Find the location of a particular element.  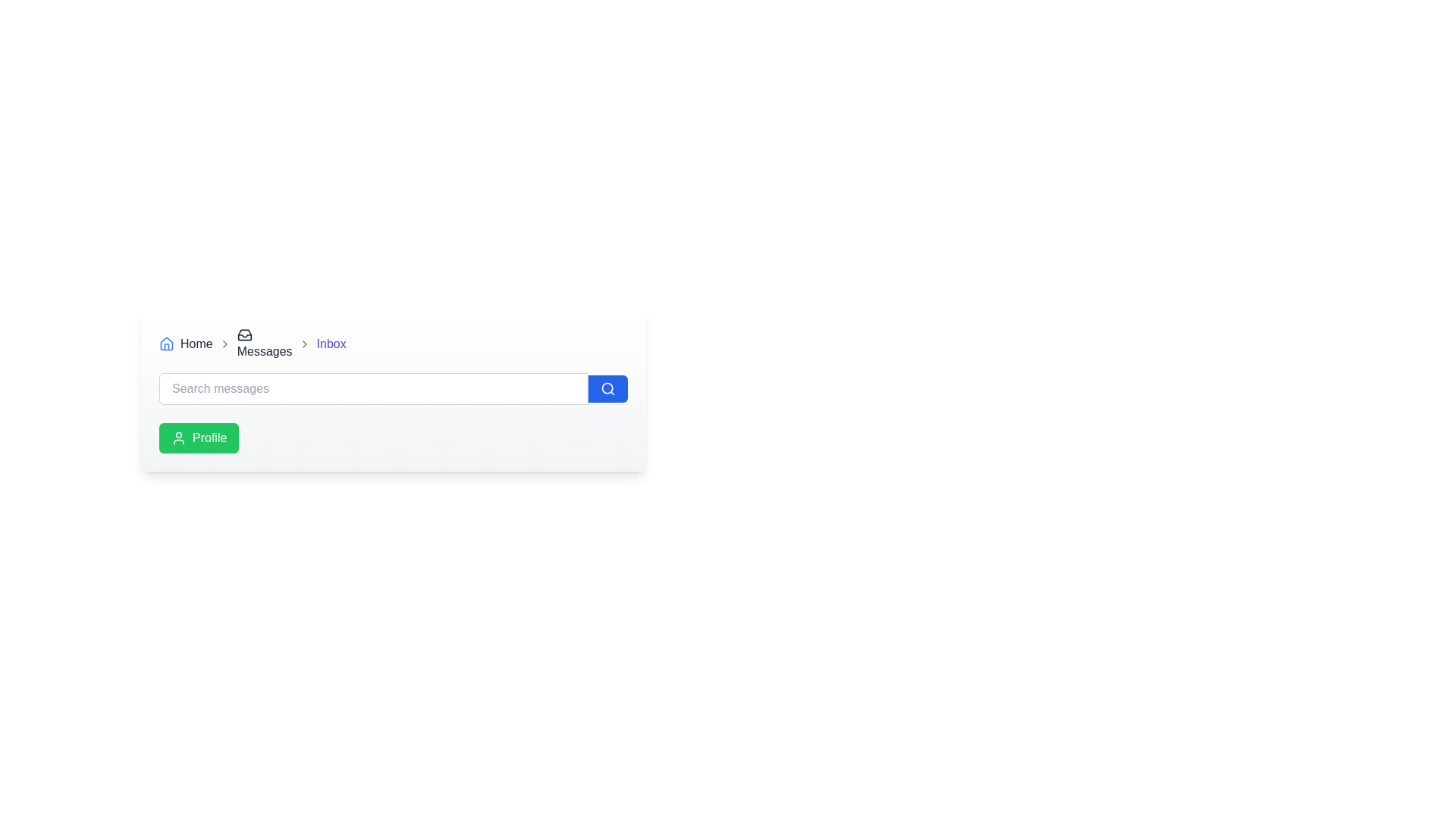

the third chevron icon in the breadcrumb trail, located between 'Messages' and 'Inbox' is located at coordinates (303, 344).